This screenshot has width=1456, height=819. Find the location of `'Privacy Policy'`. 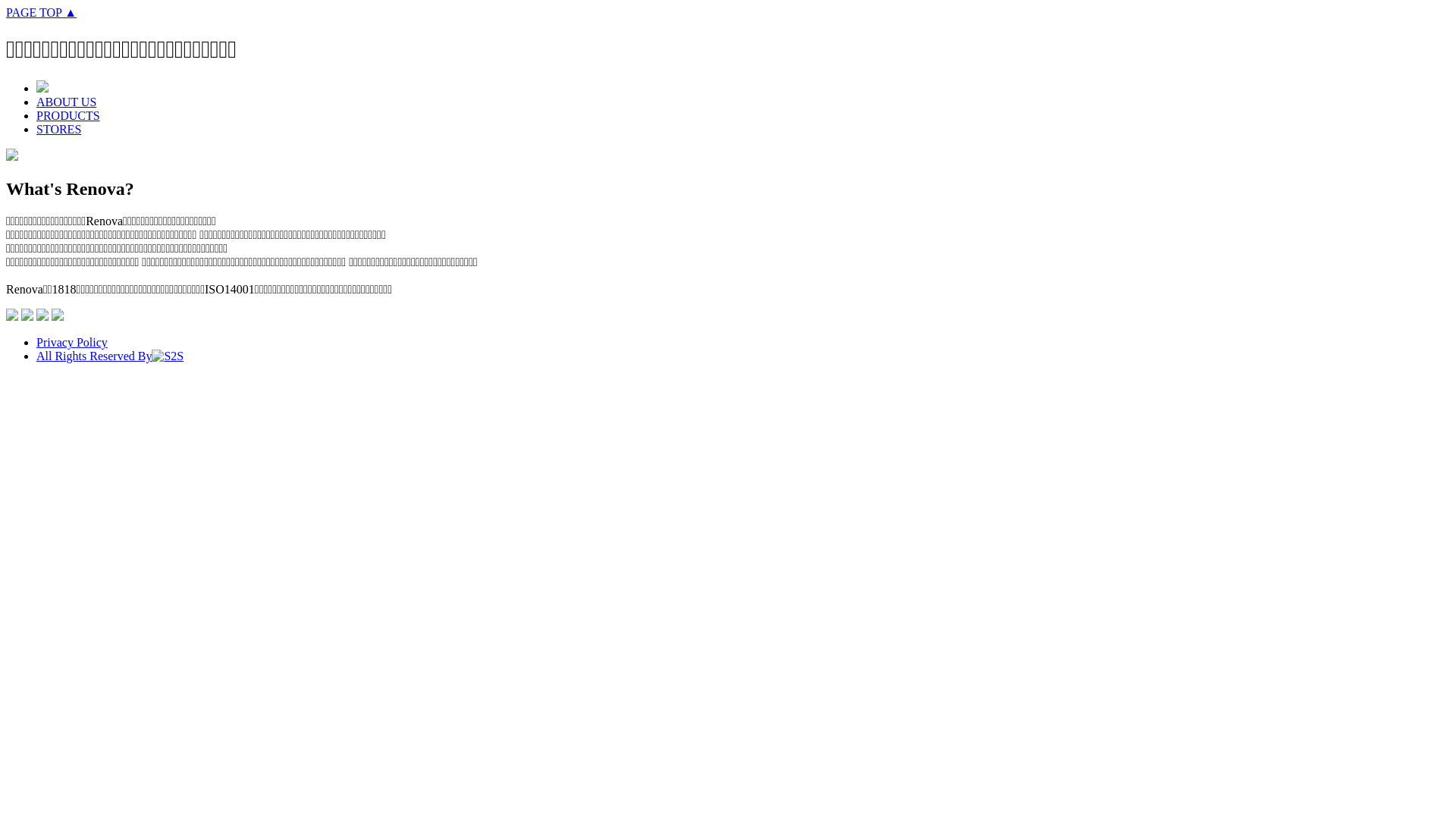

'Privacy Policy' is located at coordinates (71, 342).